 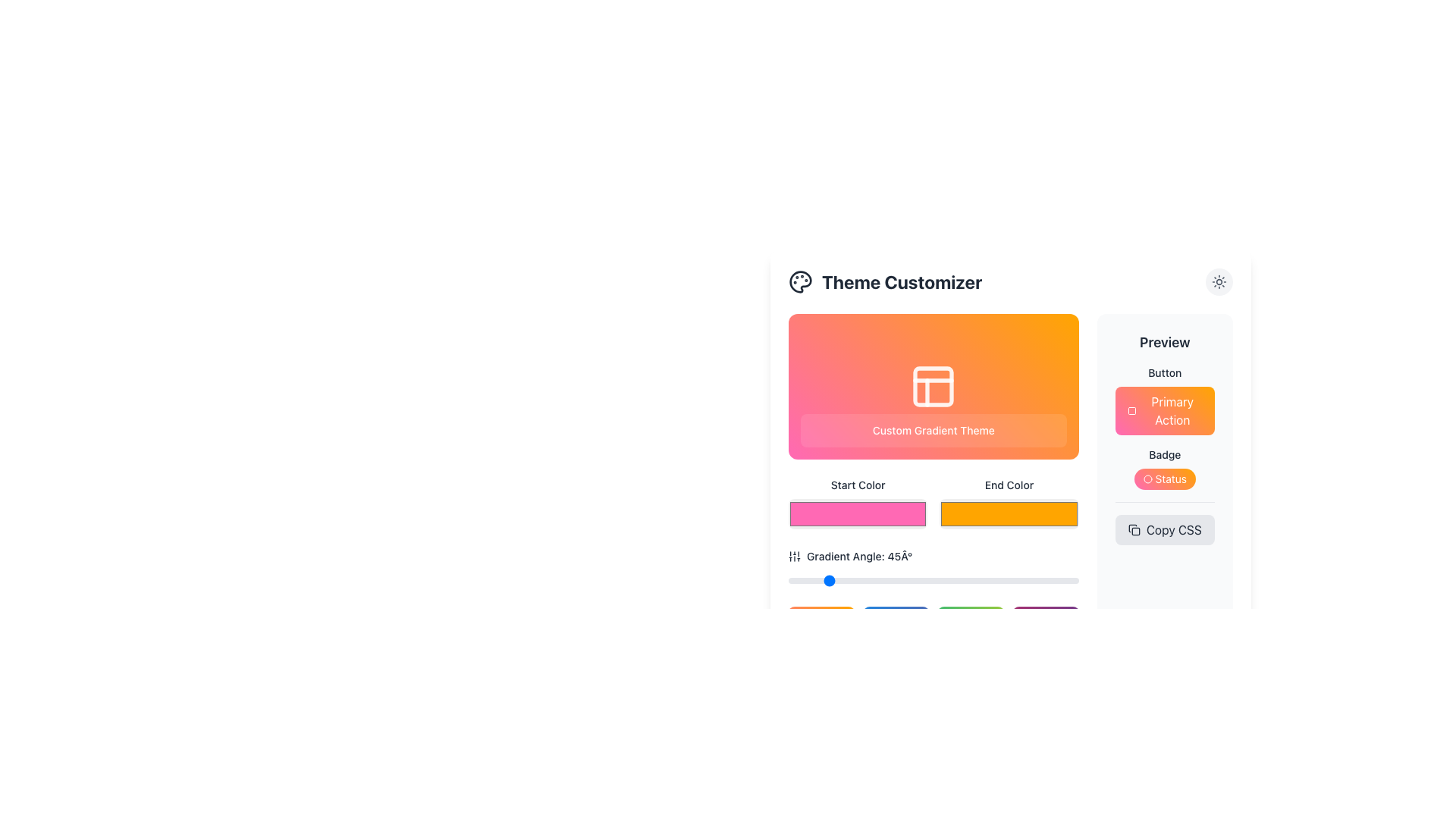 I want to click on the gradient angle slider, so click(x=880, y=580).